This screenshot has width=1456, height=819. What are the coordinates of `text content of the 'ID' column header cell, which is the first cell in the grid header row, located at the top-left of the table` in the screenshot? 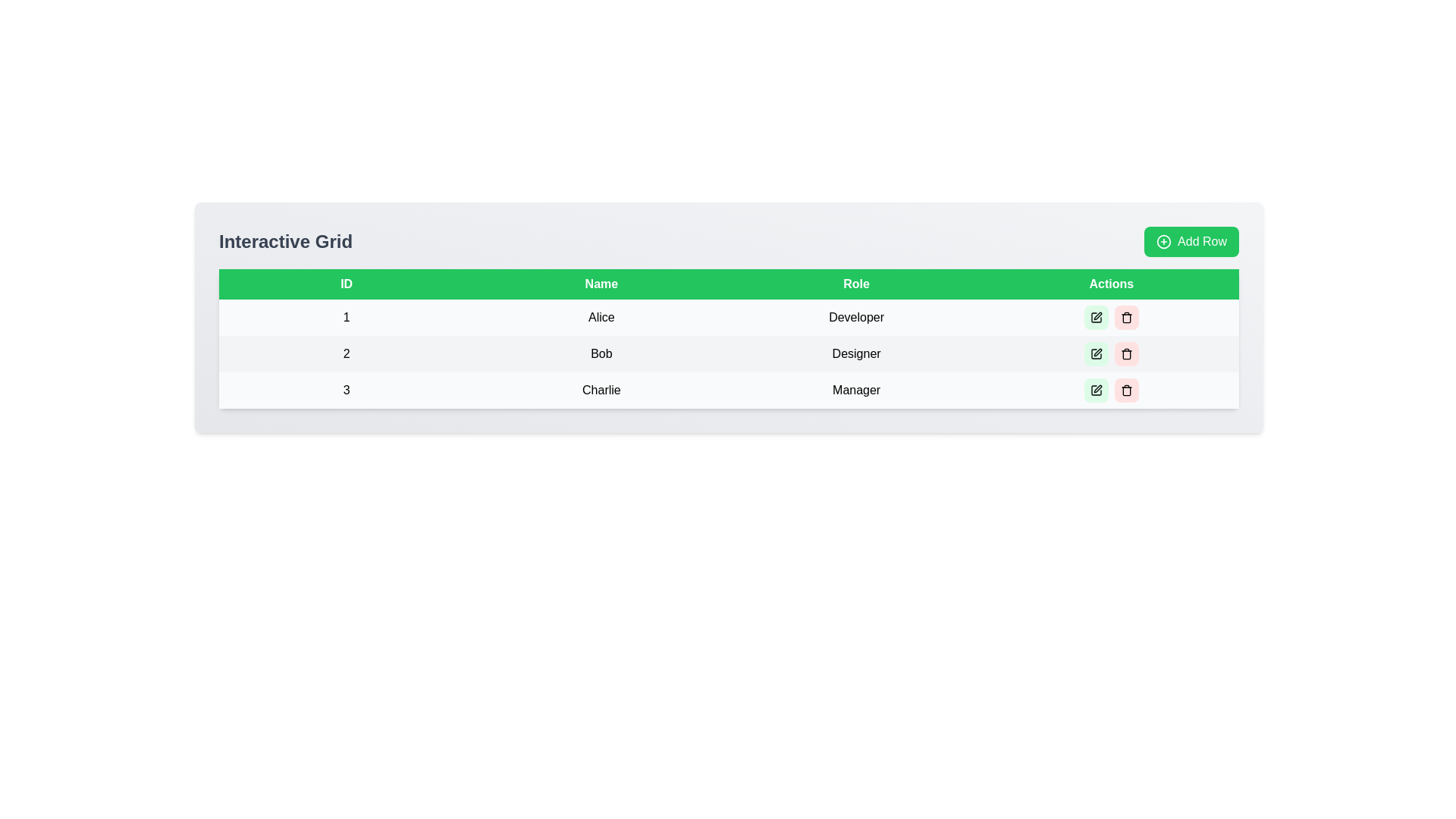 It's located at (346, 284).